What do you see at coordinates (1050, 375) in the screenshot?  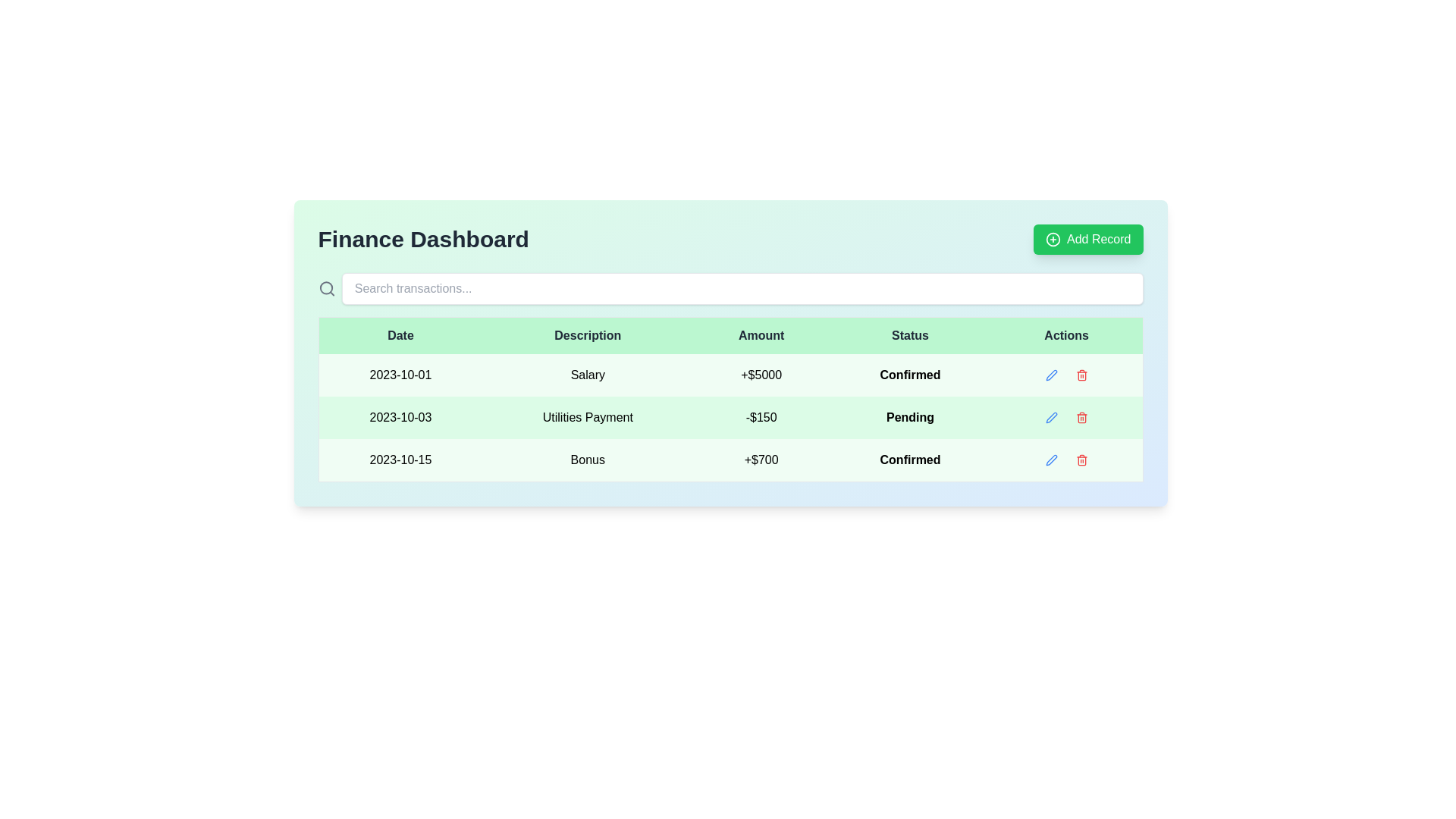 I see `the blue pencil-shaped icon in the Actions column of the first row of the table, which is styled to change color on hover` at bounding box center [1050, 375].